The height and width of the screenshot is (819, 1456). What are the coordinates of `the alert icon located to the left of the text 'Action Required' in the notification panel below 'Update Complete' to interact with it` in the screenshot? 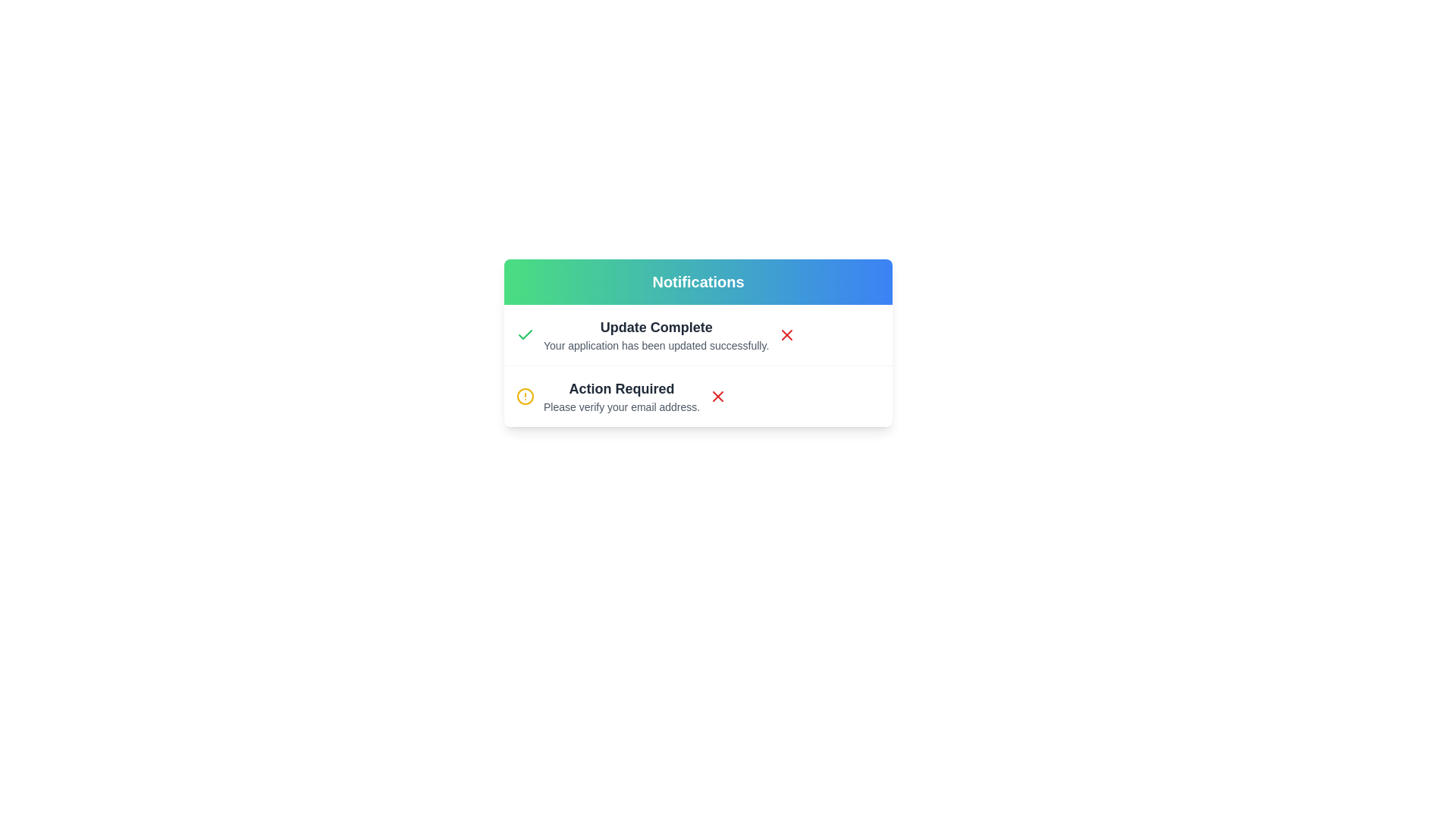 It's located at (525, 396).